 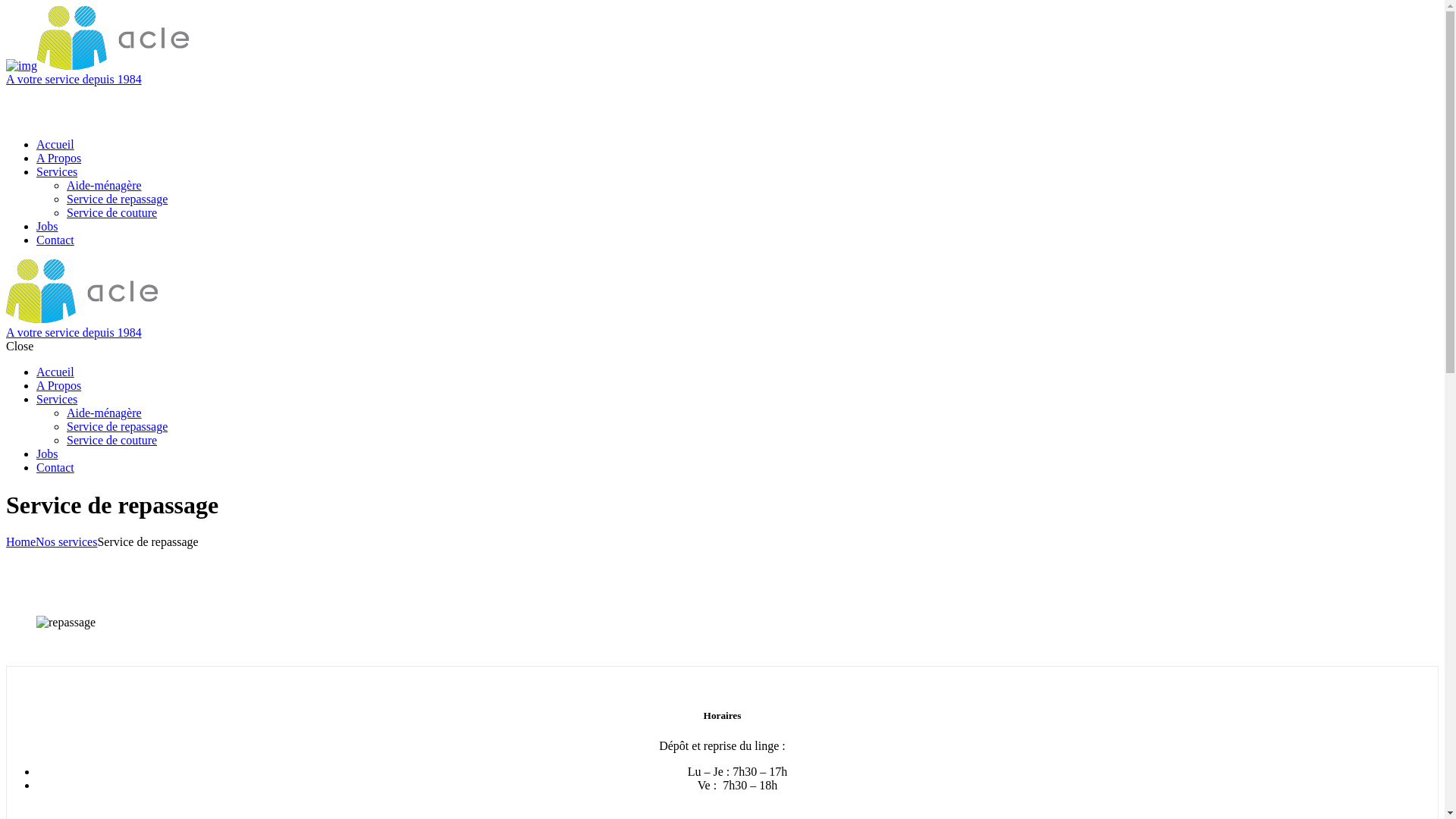 I want to click on 'Home', so click(x=20, y=541).